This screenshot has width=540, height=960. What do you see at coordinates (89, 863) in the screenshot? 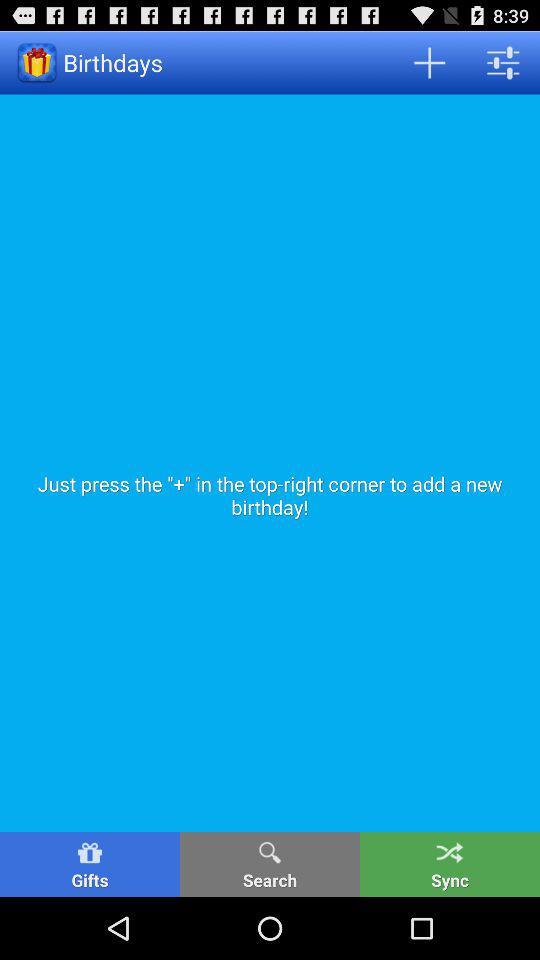
I see `the icon to the left of search icon` at bounding box center [89, 863].